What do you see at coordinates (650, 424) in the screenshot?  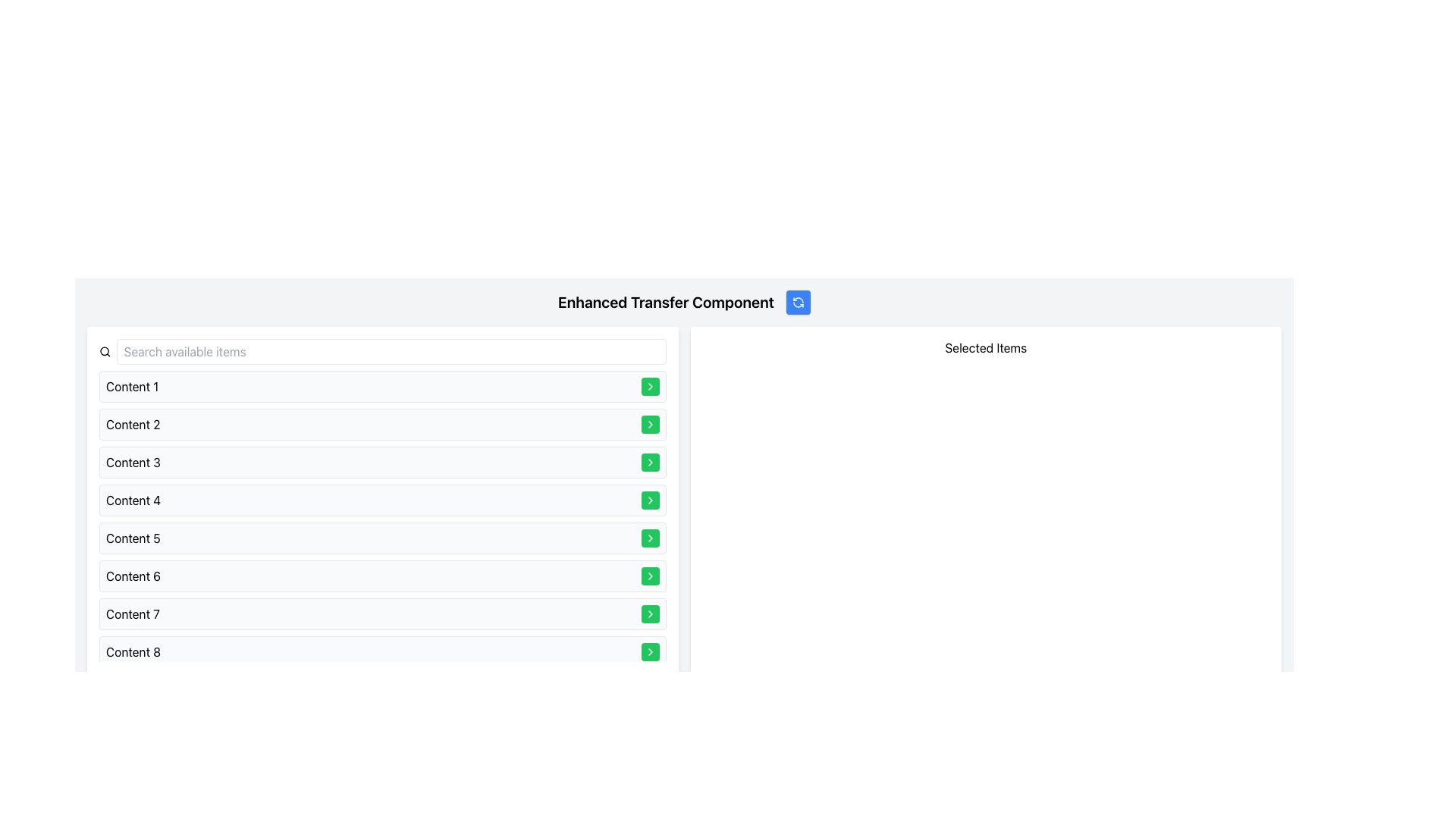 I see `the rightward-pointing arrow button with a green circular background next to 'Content 2'` at bounding box center [650, 424].